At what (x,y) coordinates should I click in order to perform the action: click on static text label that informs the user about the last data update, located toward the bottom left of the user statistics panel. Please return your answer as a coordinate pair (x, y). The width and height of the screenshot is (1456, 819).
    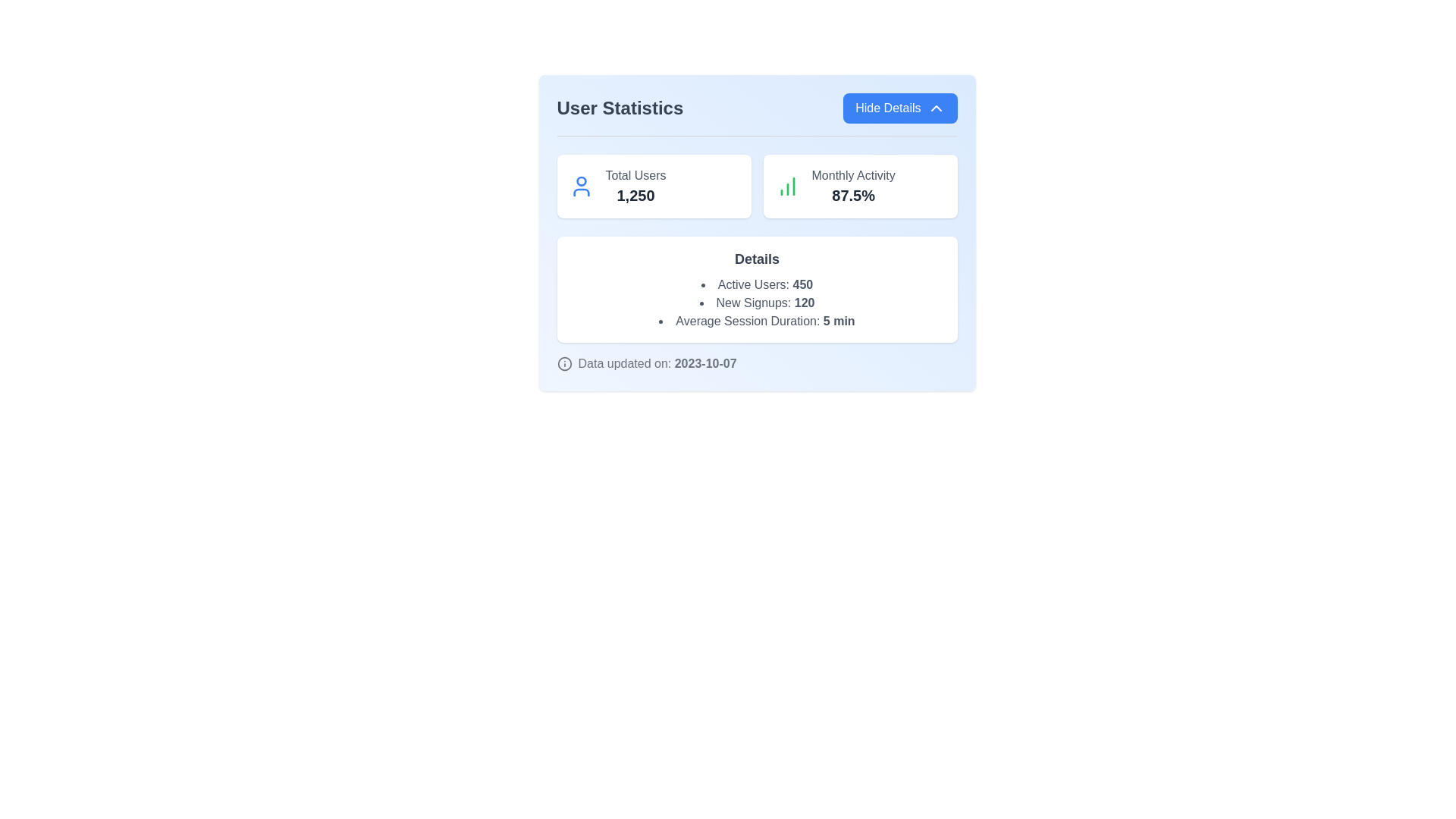
    Looking at the image, I should click on (657, 363).